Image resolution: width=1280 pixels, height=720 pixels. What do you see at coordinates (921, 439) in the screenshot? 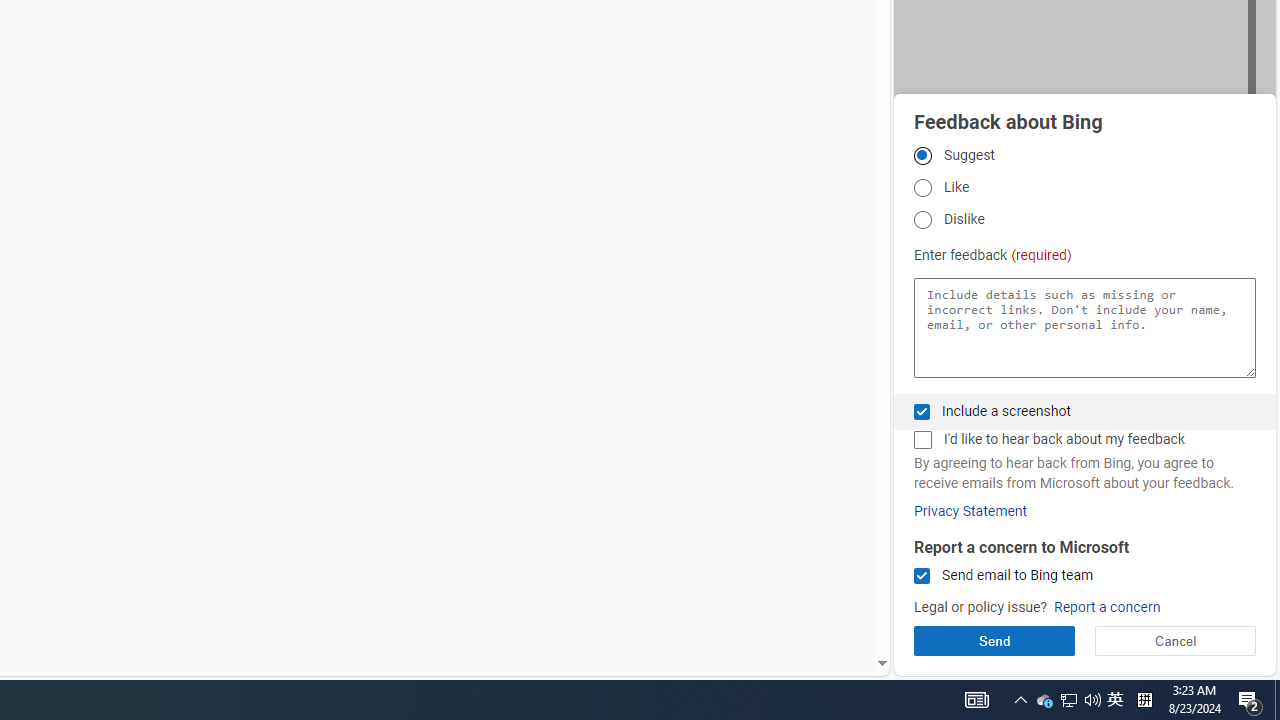
I see `'I'` at bounding box center [921, 439].